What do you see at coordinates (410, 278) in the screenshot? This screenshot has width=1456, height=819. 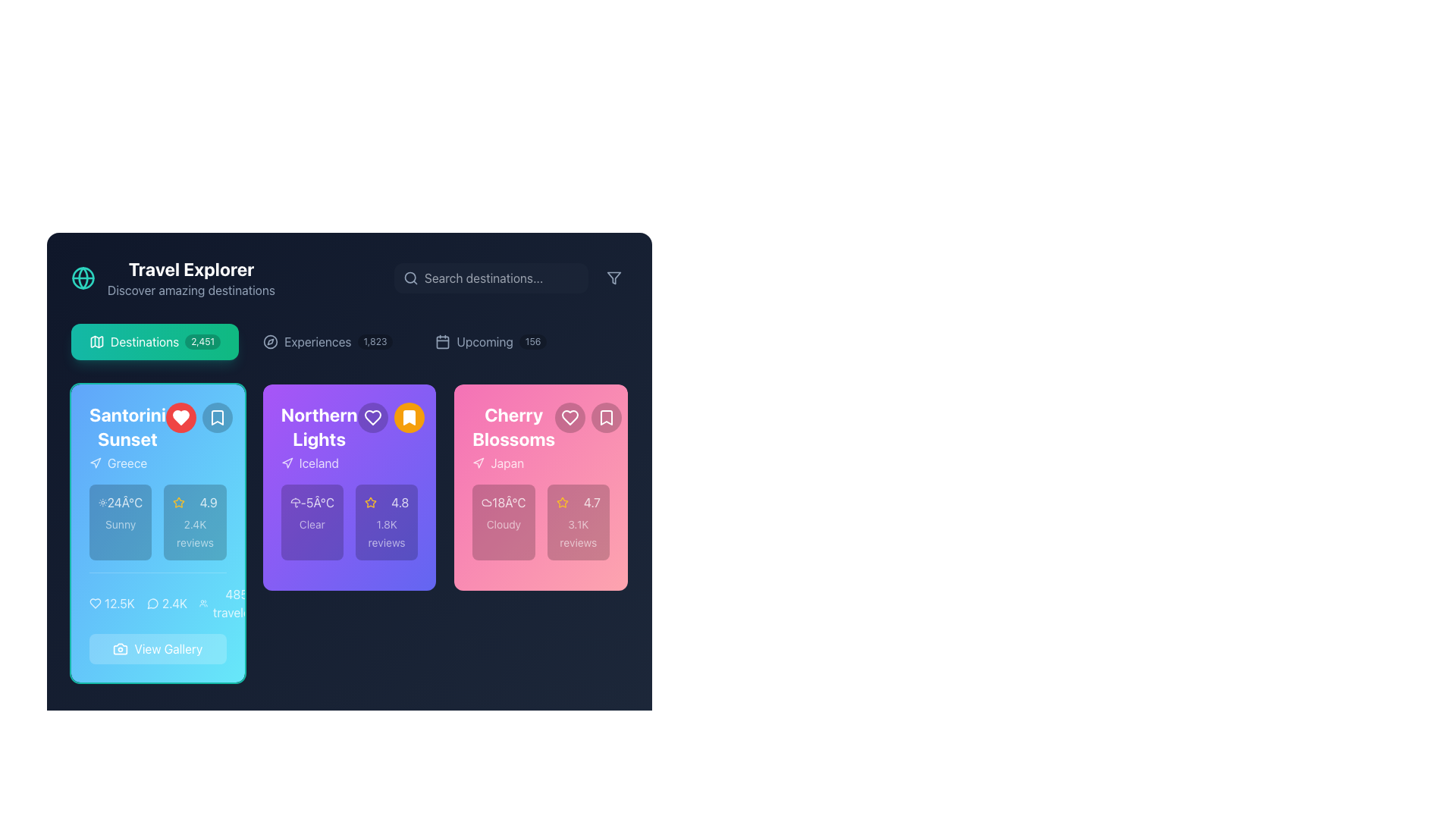 I see `the central circular part of the magnifying glass icon located on the right-hand side of the top navigation bar, near the middle-left of the search field` at bounding box center [410, 278].